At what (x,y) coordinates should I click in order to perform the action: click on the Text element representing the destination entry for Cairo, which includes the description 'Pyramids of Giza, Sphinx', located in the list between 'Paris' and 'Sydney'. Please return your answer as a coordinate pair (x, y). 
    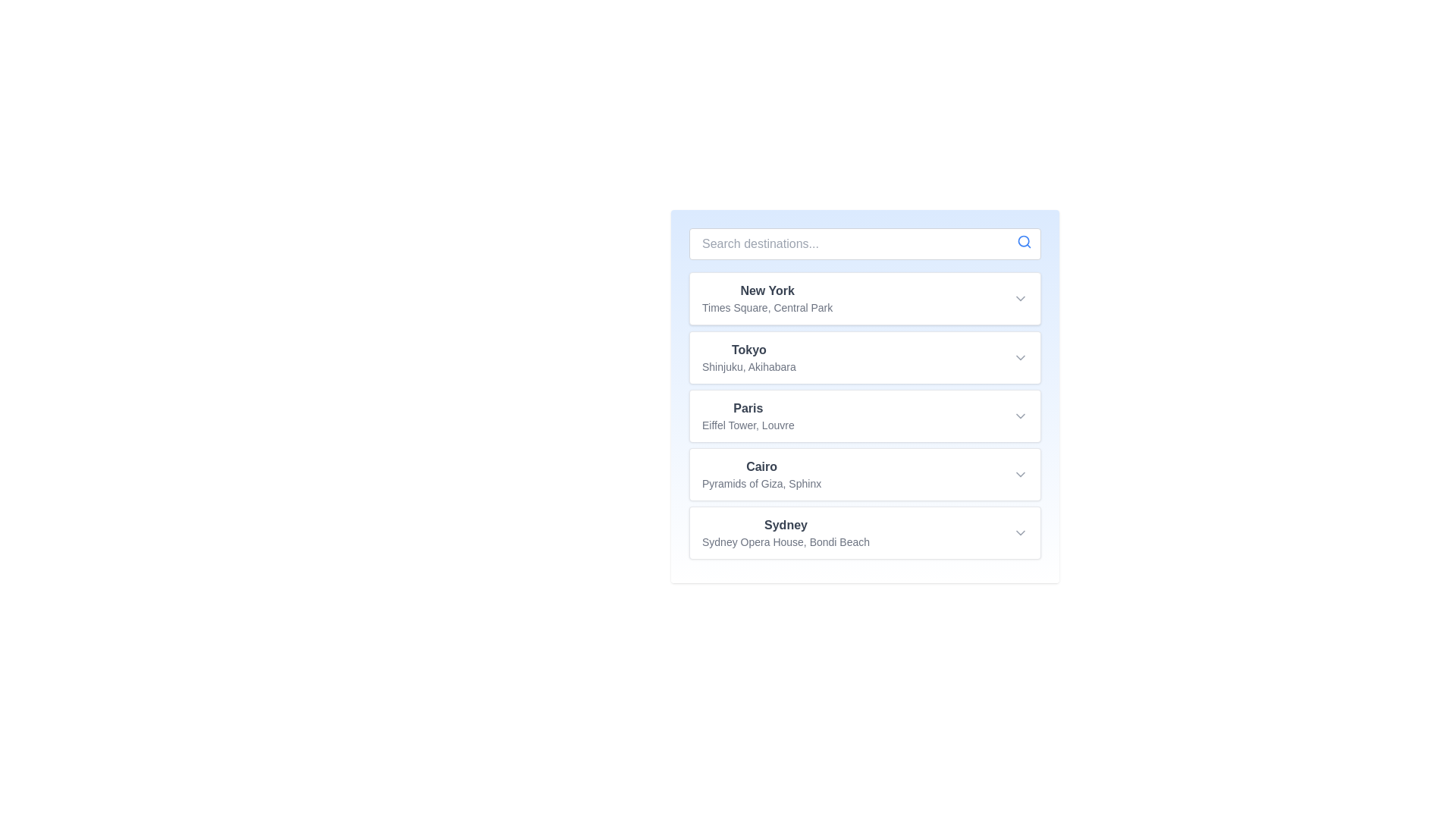
    Looking at the image, I should click on (761, 473).